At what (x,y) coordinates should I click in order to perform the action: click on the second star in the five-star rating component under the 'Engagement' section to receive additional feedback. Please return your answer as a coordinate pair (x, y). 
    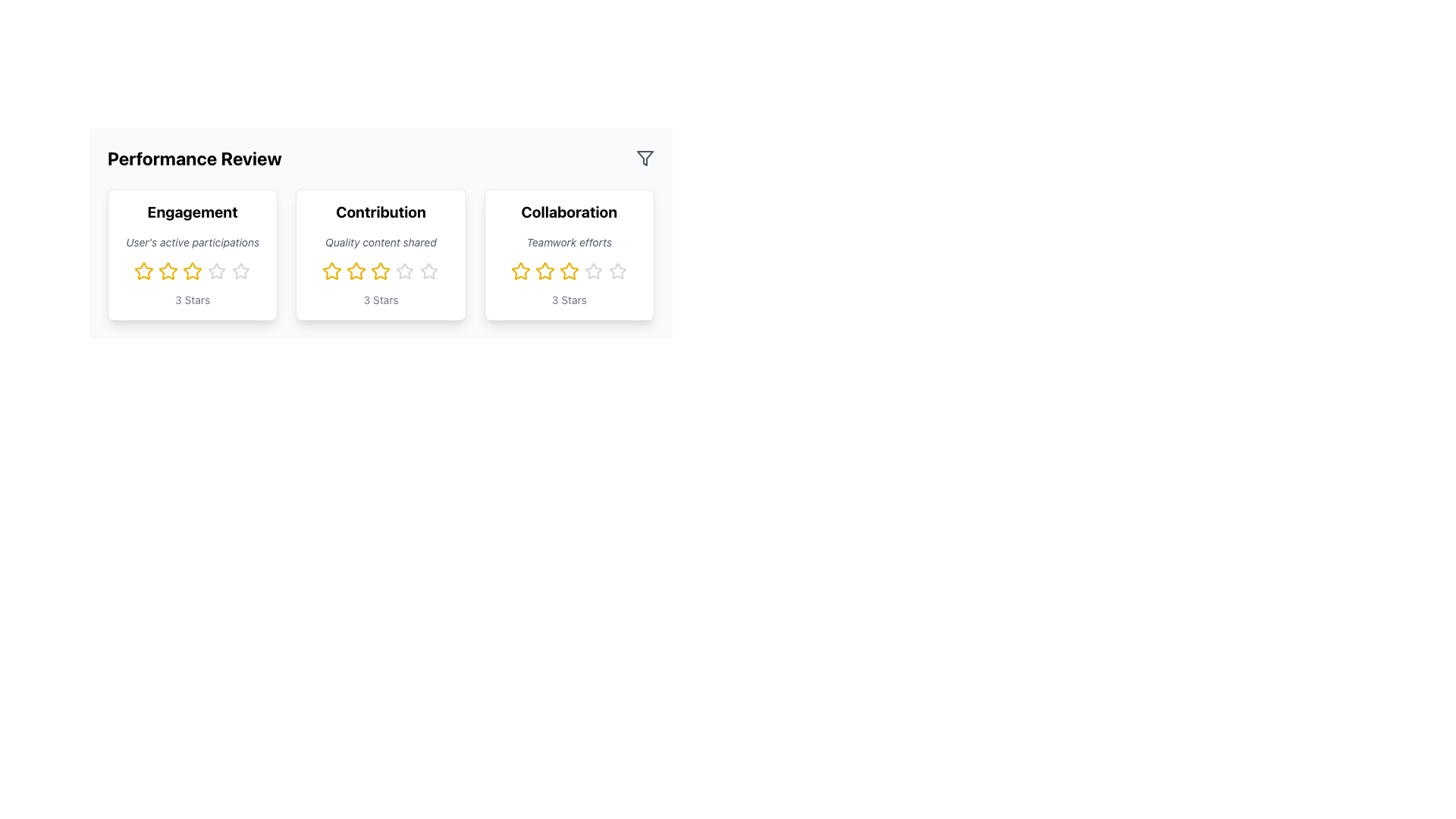
    Looking at the image, I should click on (192, 270).